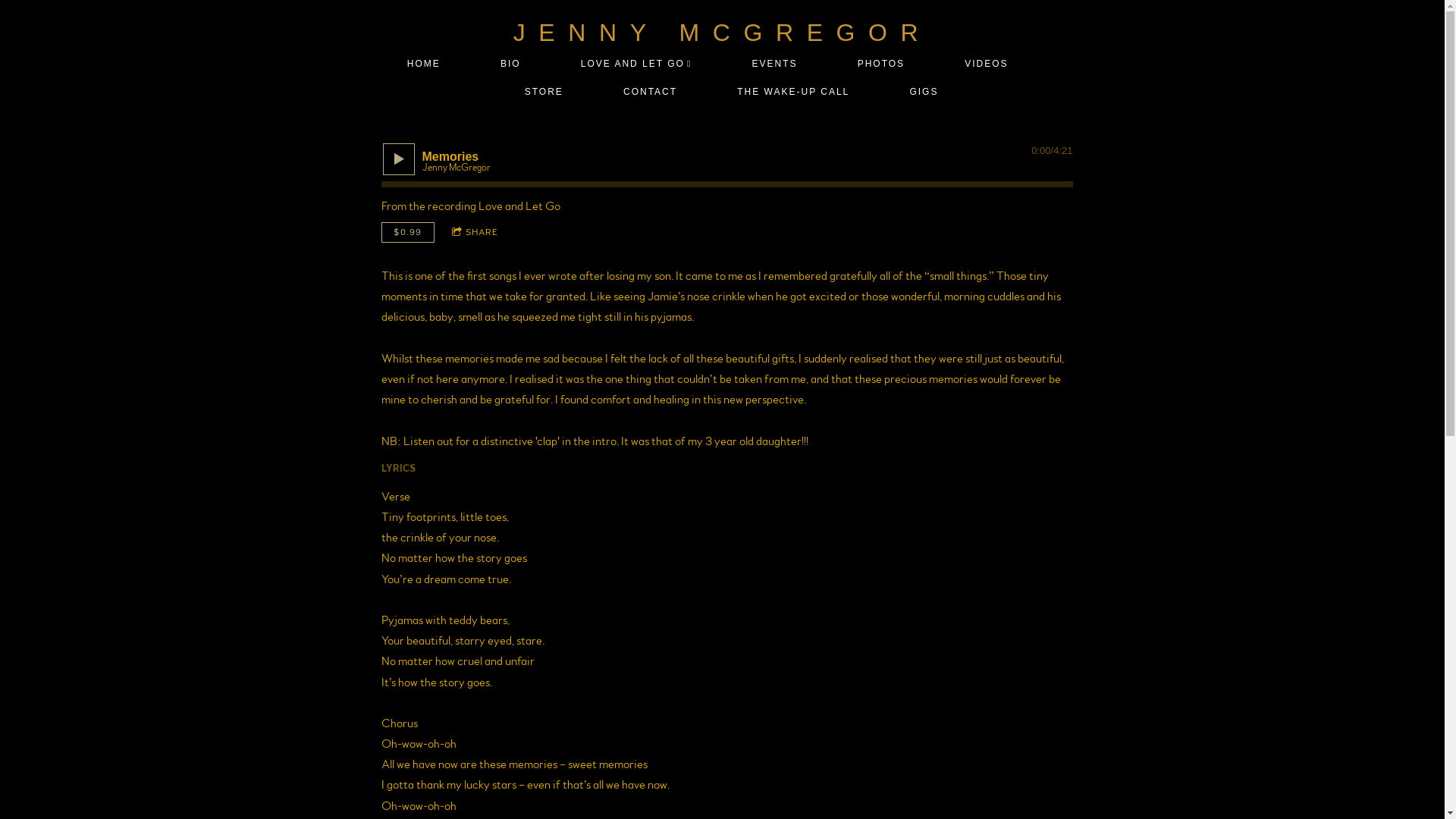 The width and height of the screenshot is (1456, 819). I want to click on 'VIDEOS', so click(986, 63).